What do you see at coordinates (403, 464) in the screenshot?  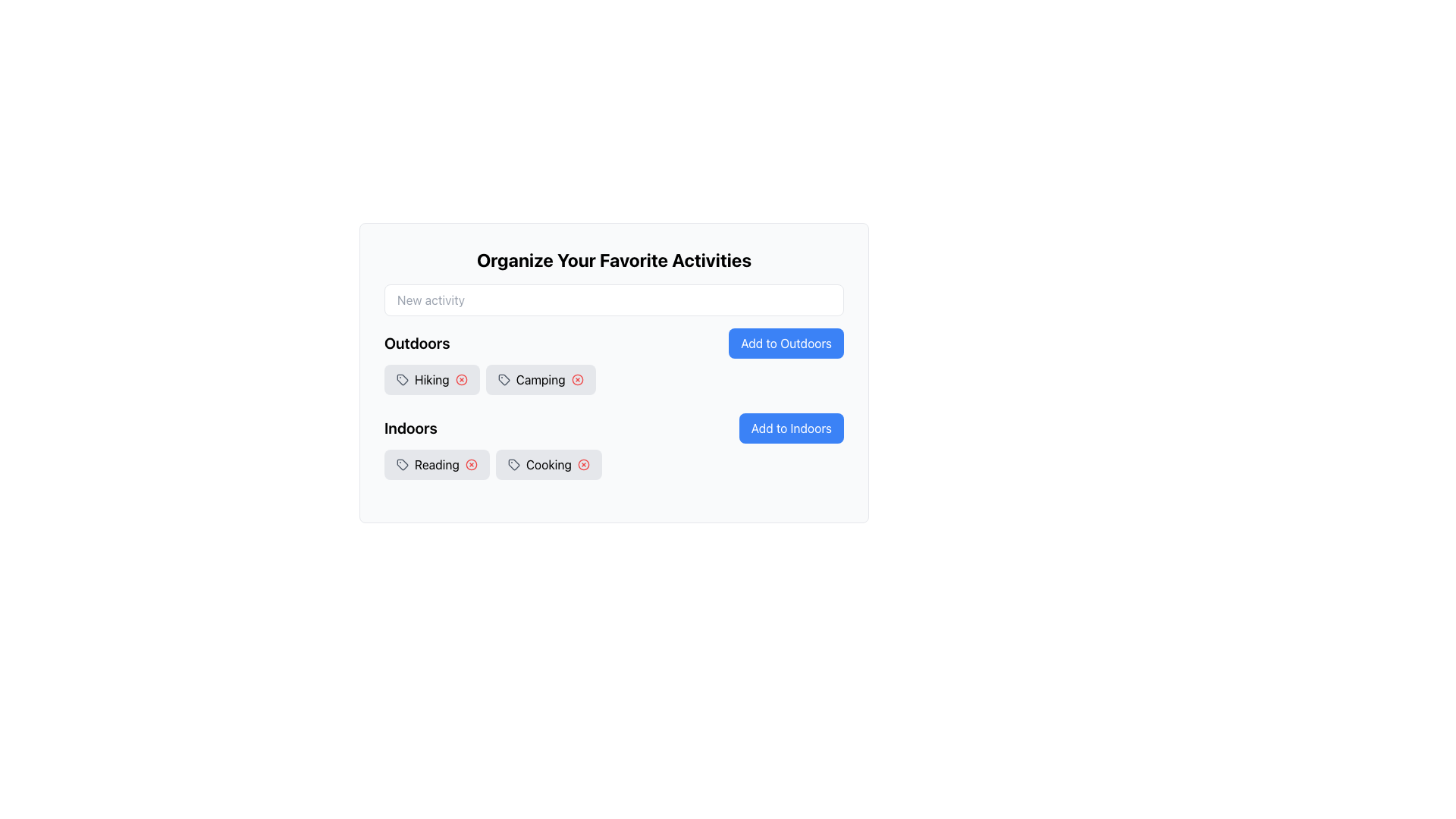 I see `the gray tag icon located to the left of the 'Reading' text in the 'Indoors' category` at bounding box center [403, 464].